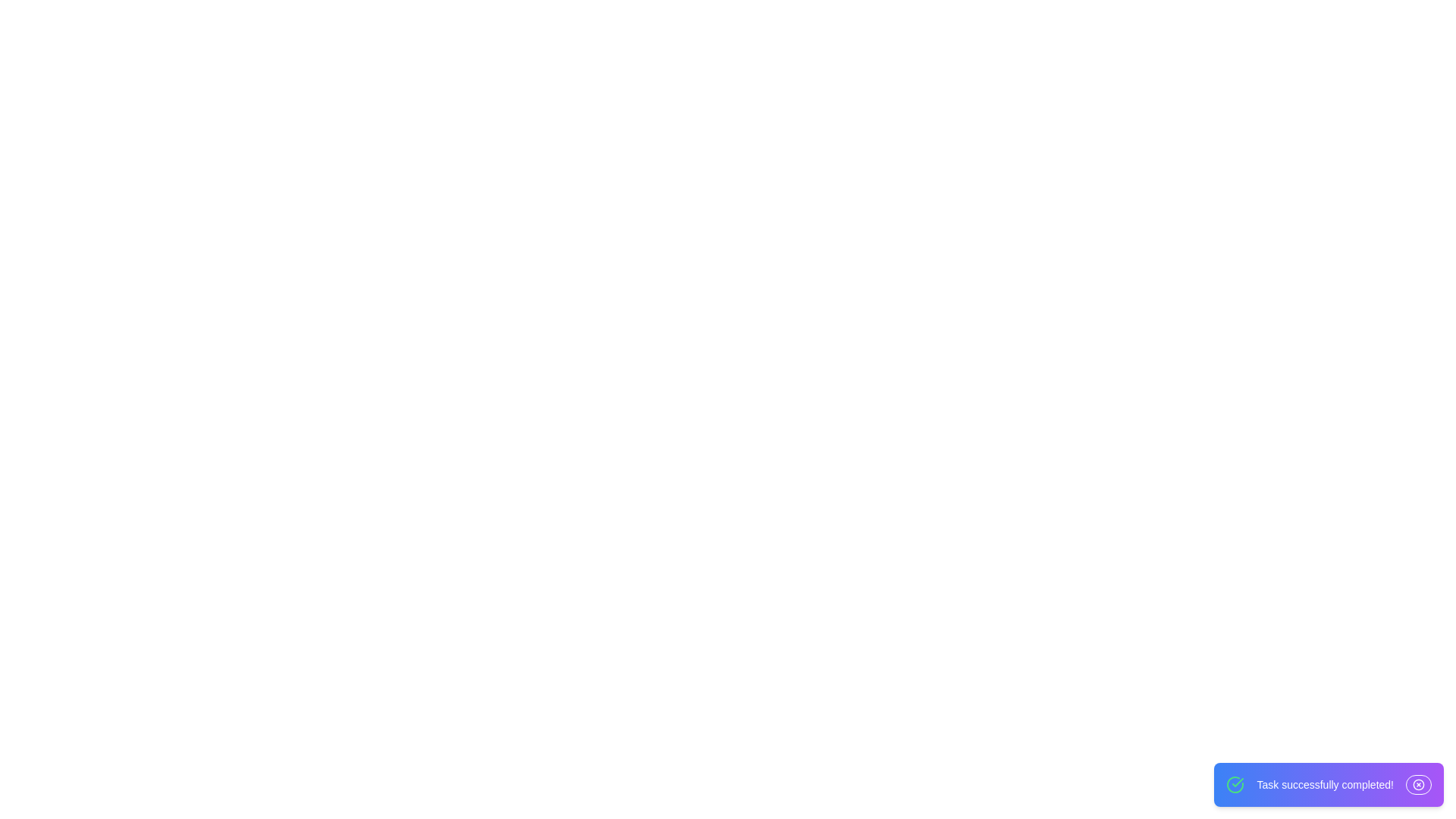 The height and width of the screenshot is (819, 1456). Describe the element at coordinates (1324, 784) in the screenshot. I see `static text message 'Task successfully completed!' displayed in white on a vivid gradient background, located at the bottom right corner of the notification component` at that location.